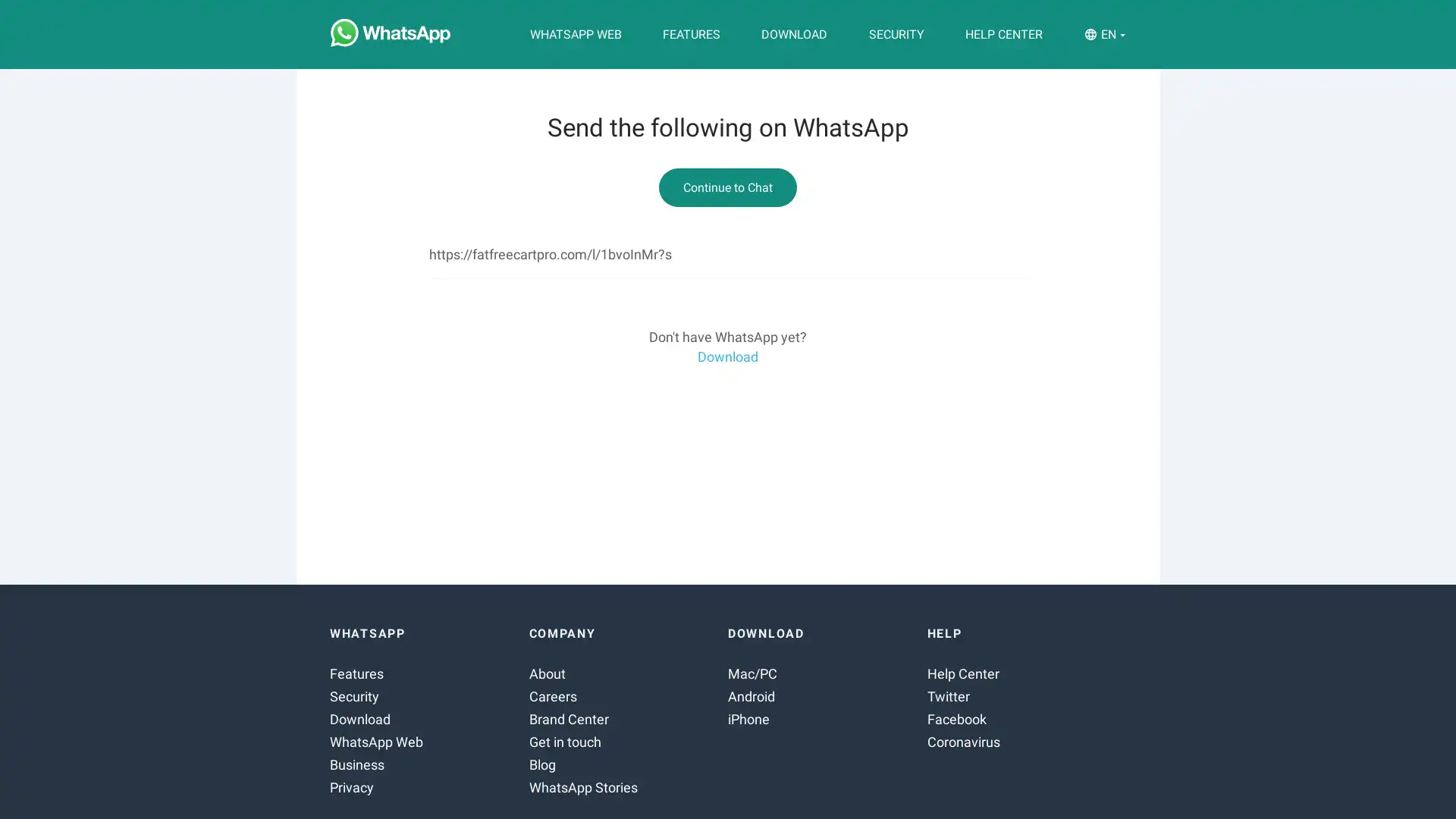  I want to click on EN, so click(1105, 34).